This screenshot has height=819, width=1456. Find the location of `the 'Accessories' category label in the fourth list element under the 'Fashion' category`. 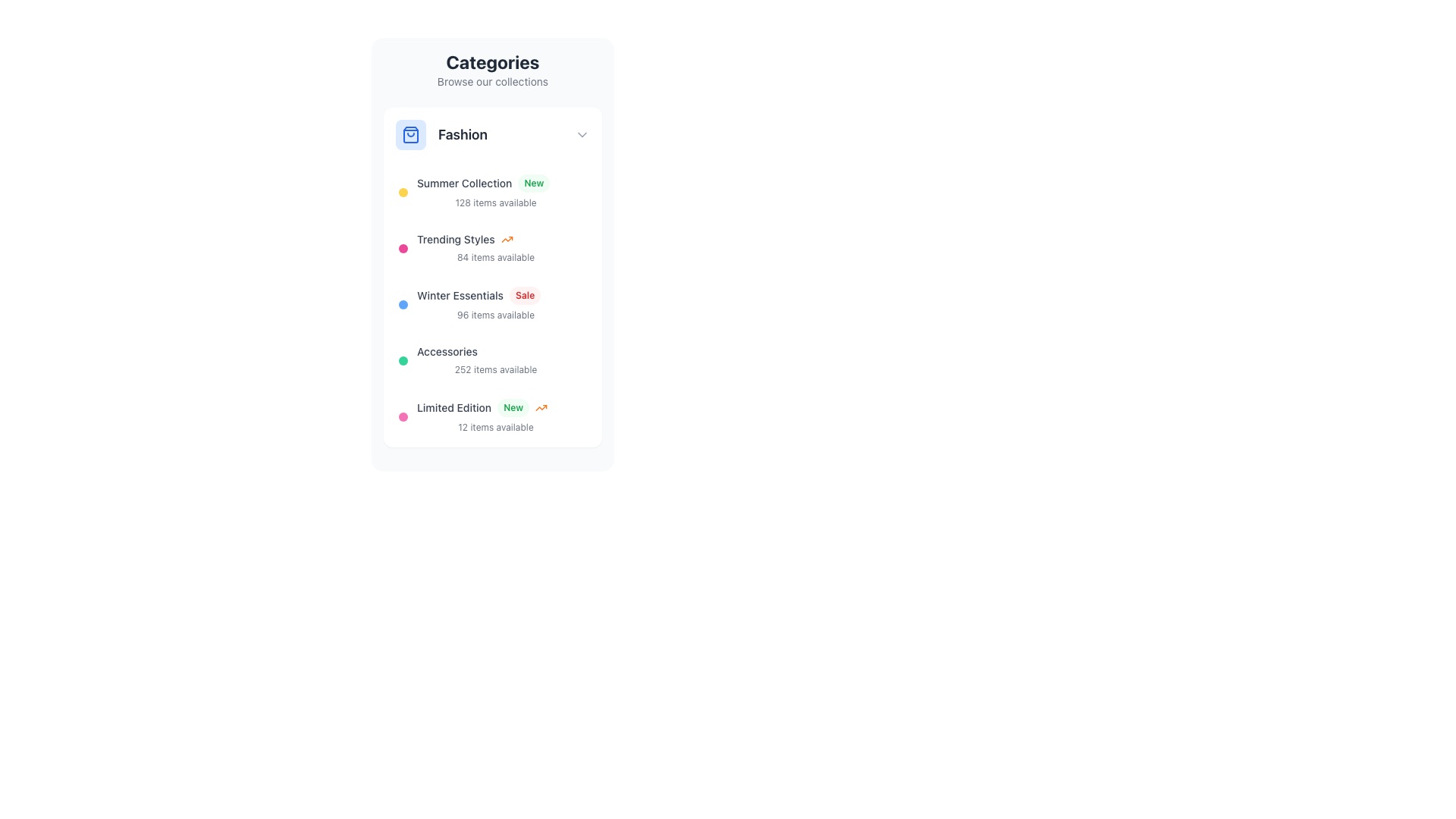

the 'Accessories' category label in the fourth list element under the 'Fashion' category is located at coordinates (495, 360).